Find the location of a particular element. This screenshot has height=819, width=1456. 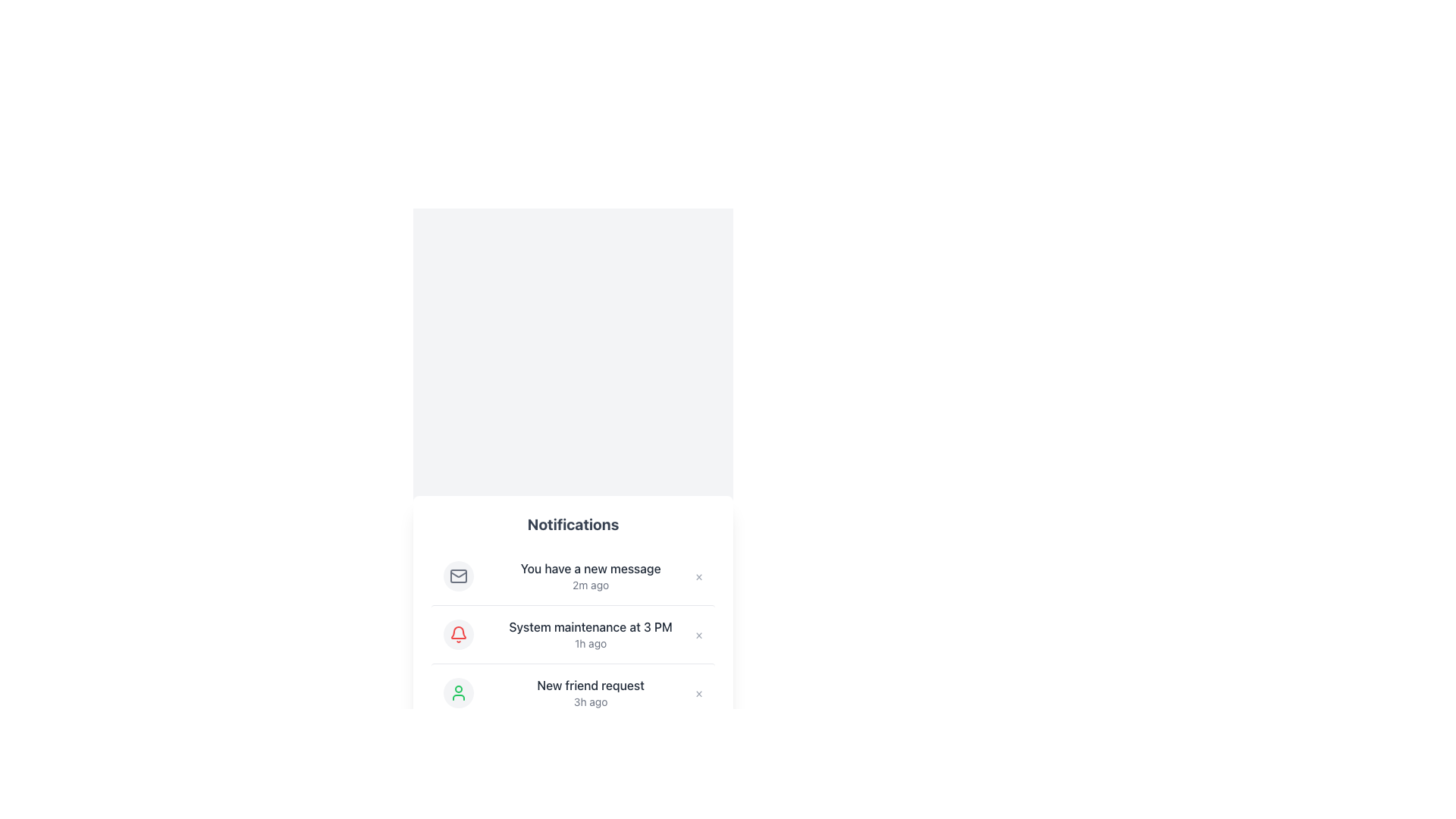

the dismiss button located at the top-right corner of the 'New friend request' notification is located at coordinates (698, 693).